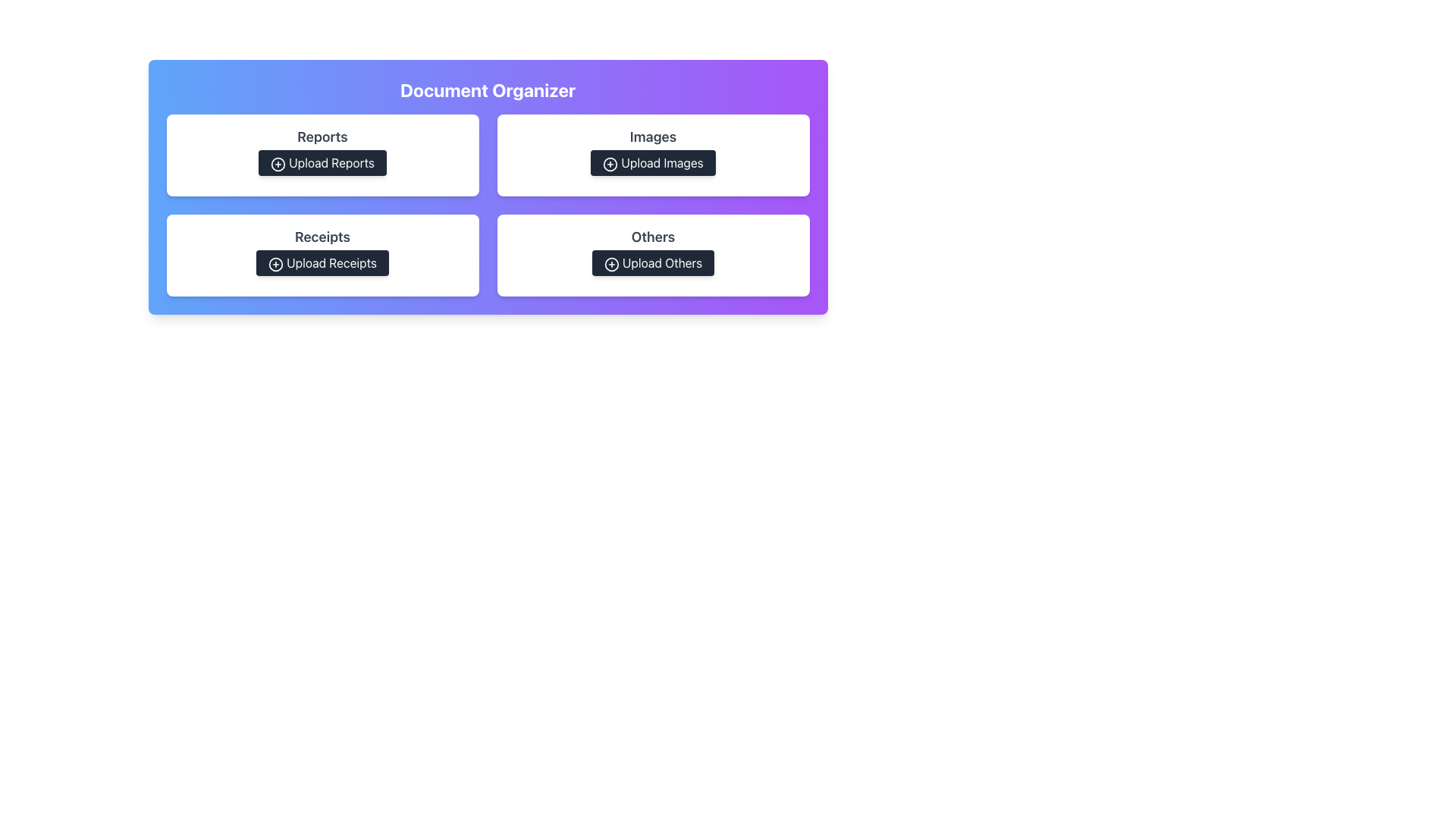  I want to click on the report upload button located below the 'Reports' heading in the 'Document Organizer' interface, so click(322, 163).